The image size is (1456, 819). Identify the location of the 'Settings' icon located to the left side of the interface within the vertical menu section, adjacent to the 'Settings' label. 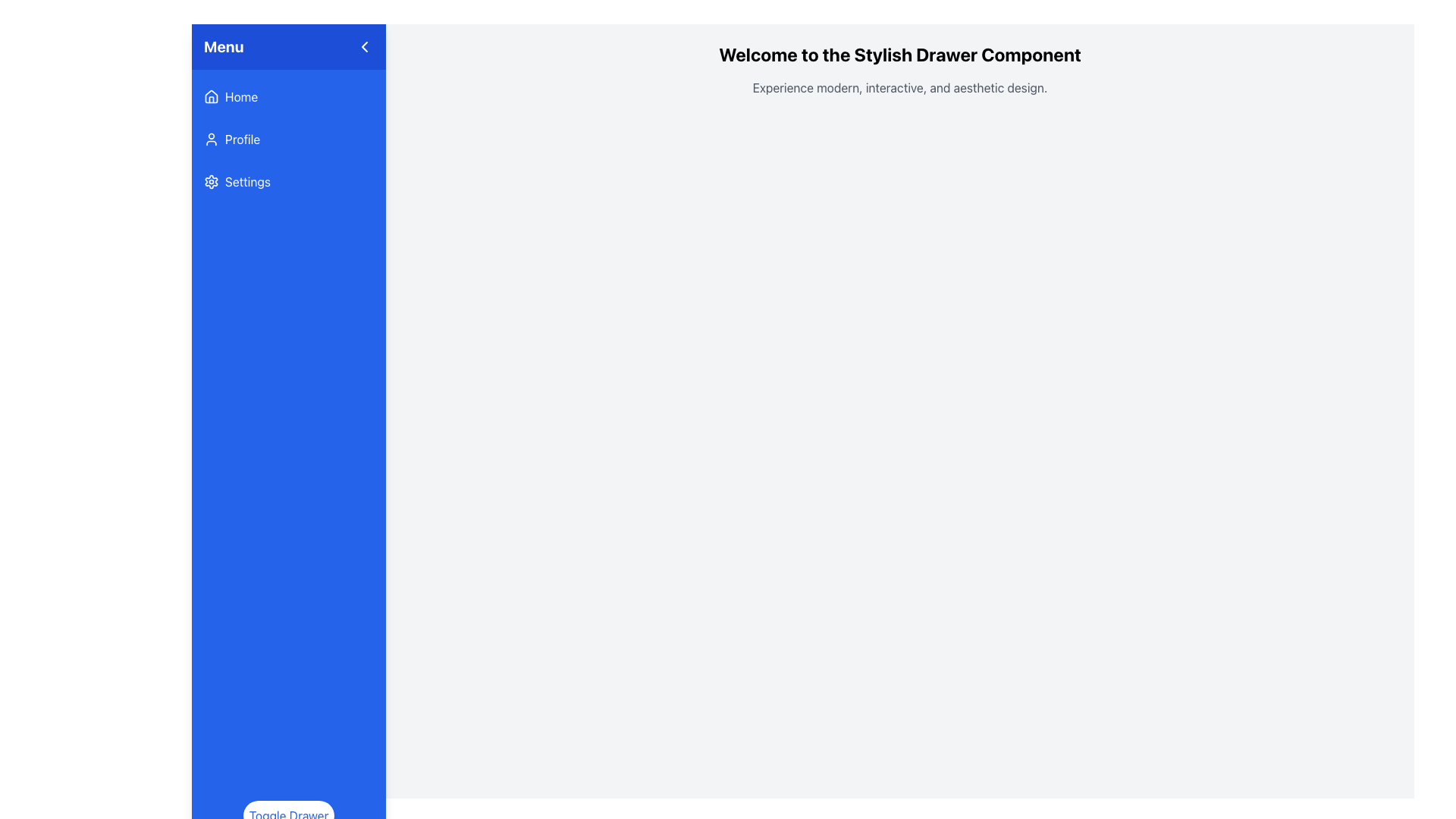
(210, 180).